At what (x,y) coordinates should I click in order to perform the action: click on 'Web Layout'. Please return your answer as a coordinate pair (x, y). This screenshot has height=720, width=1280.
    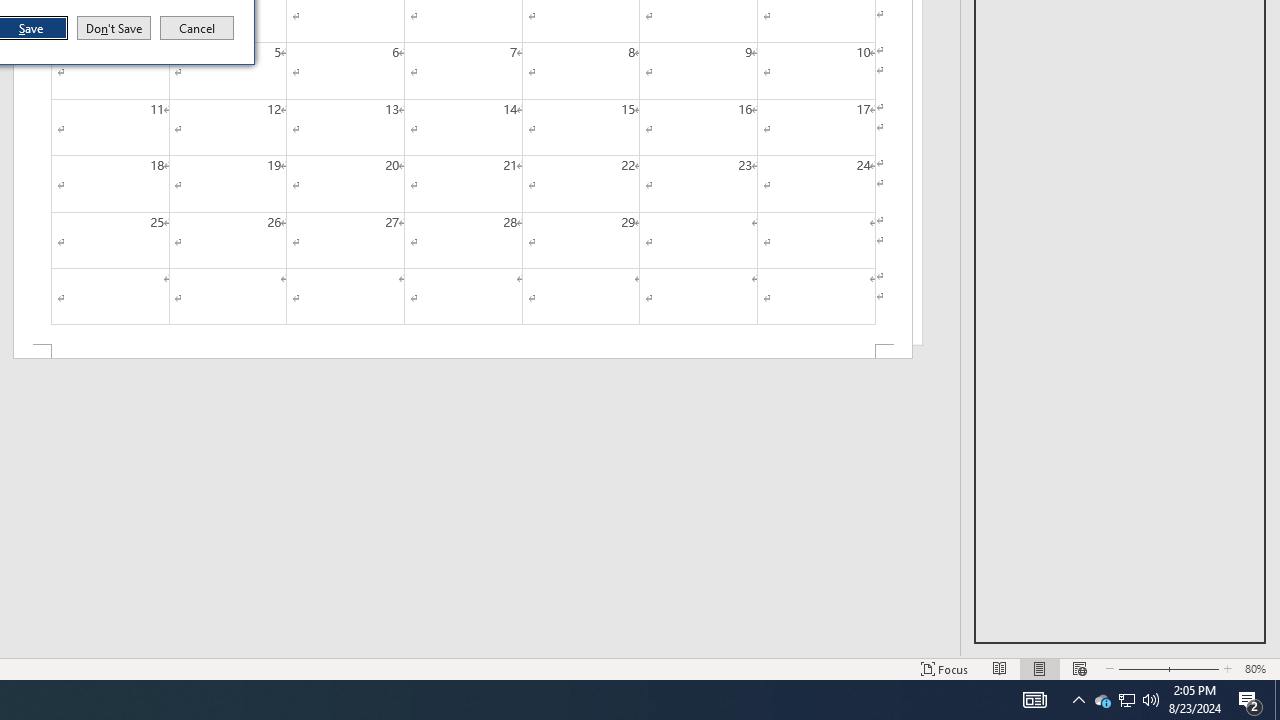
    Looking at the image, I should click on (1078, 669).